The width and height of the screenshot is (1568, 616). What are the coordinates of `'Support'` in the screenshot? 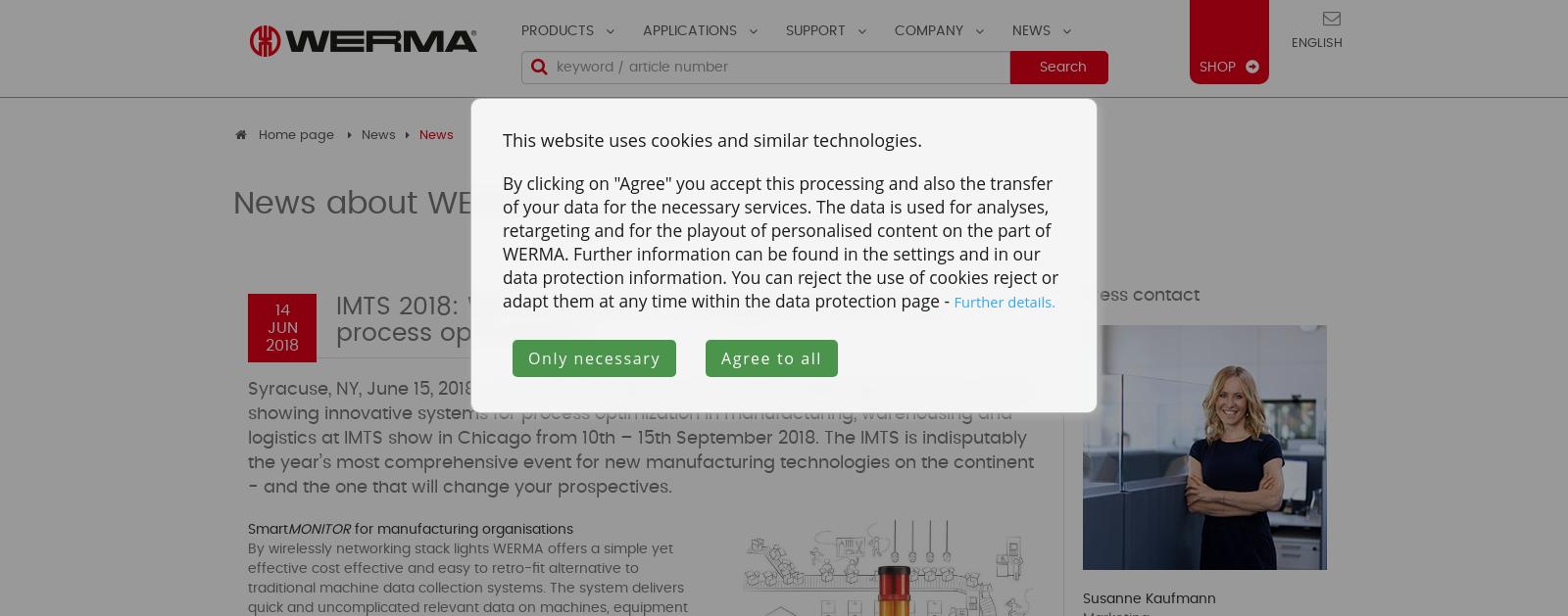 It's located at (814, 31).